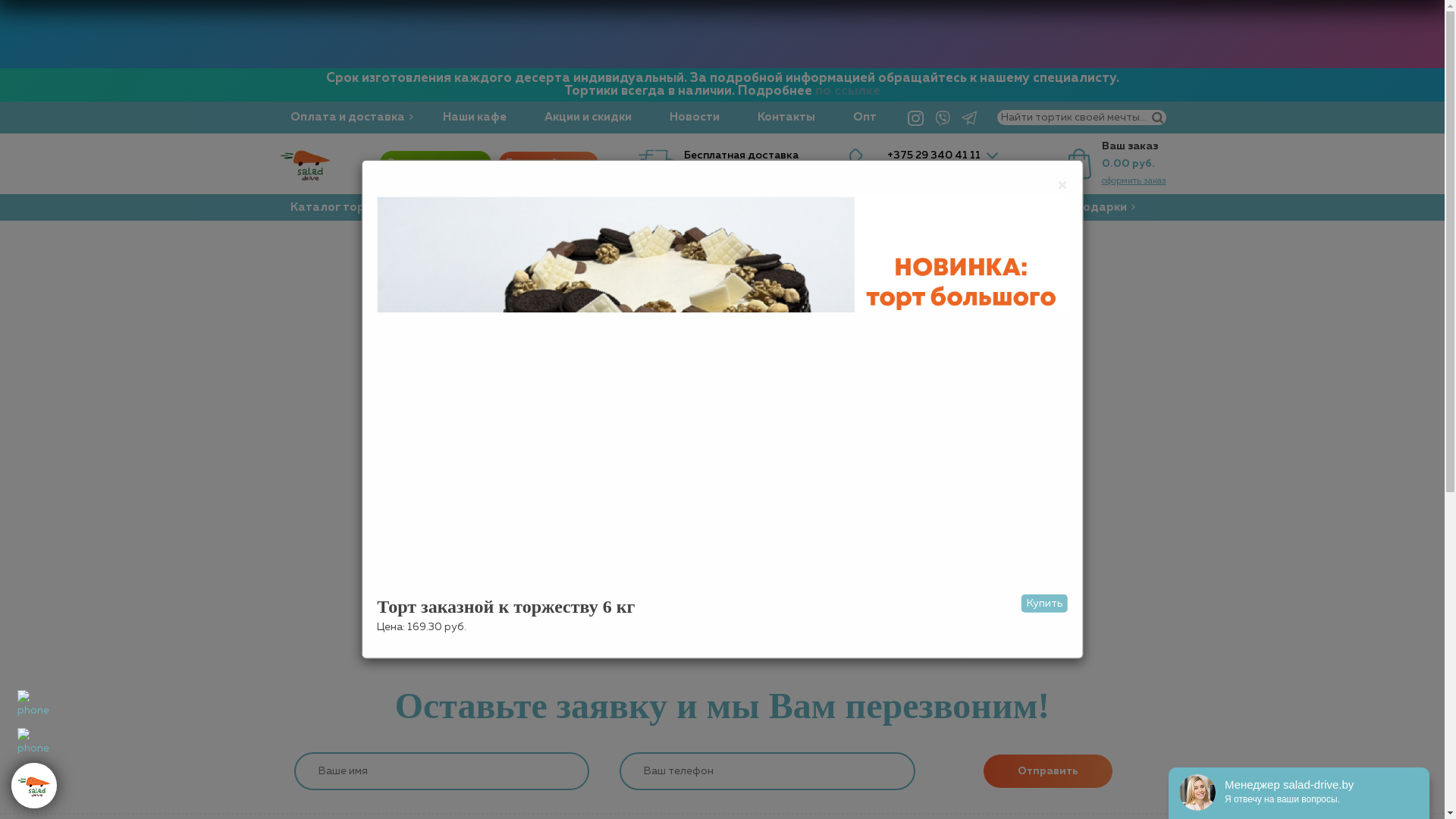 This screenshot has height=819, width=1456. I want to click on 'Telegram', so click(956, 116).